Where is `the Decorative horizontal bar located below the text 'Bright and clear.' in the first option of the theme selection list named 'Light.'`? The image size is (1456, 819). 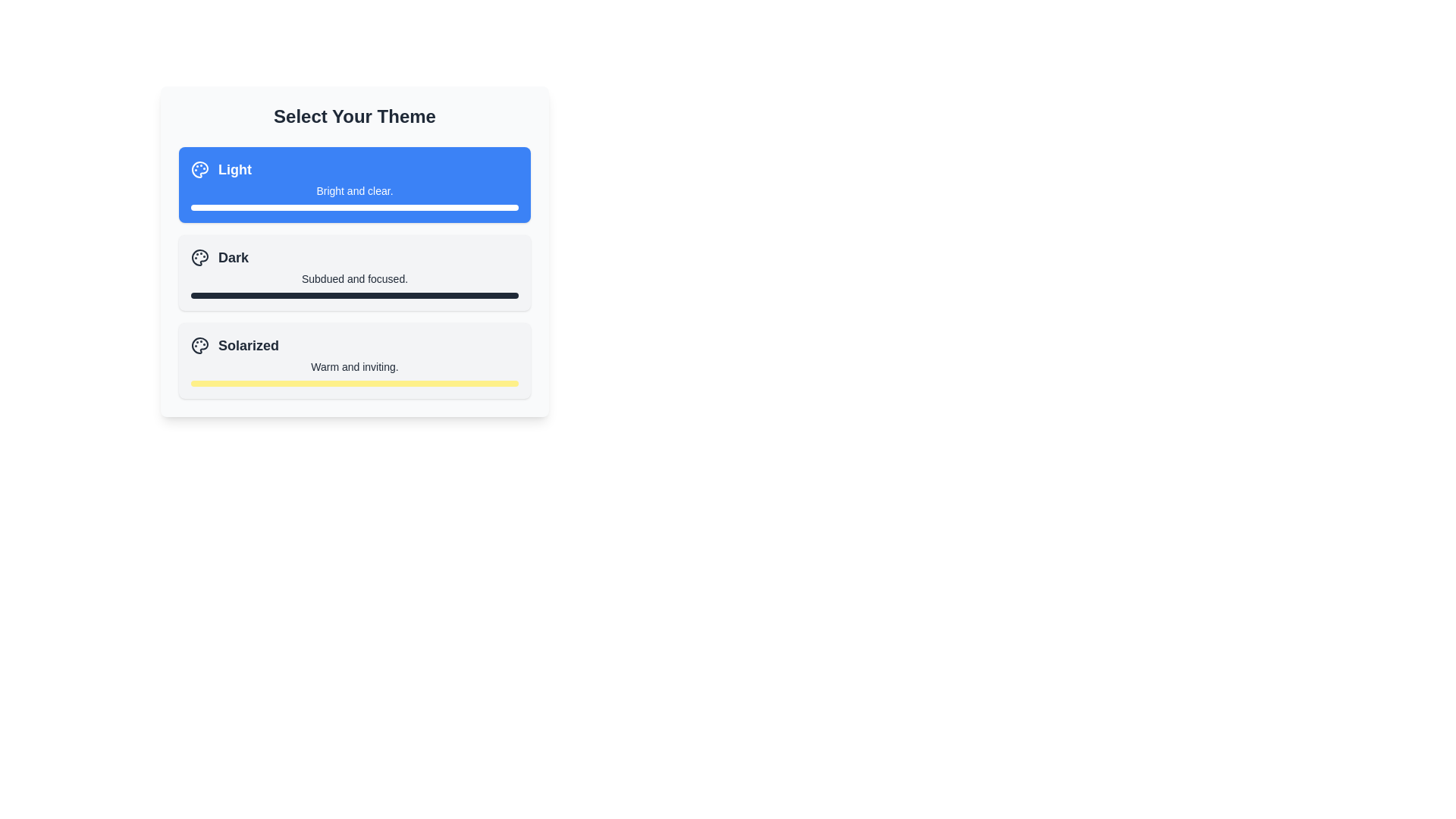
the Decorative horizontal bar located below the text 'Bright and clear.' in the first option of the theme selection list named 'Light.' is located at coordinates (353, 207).